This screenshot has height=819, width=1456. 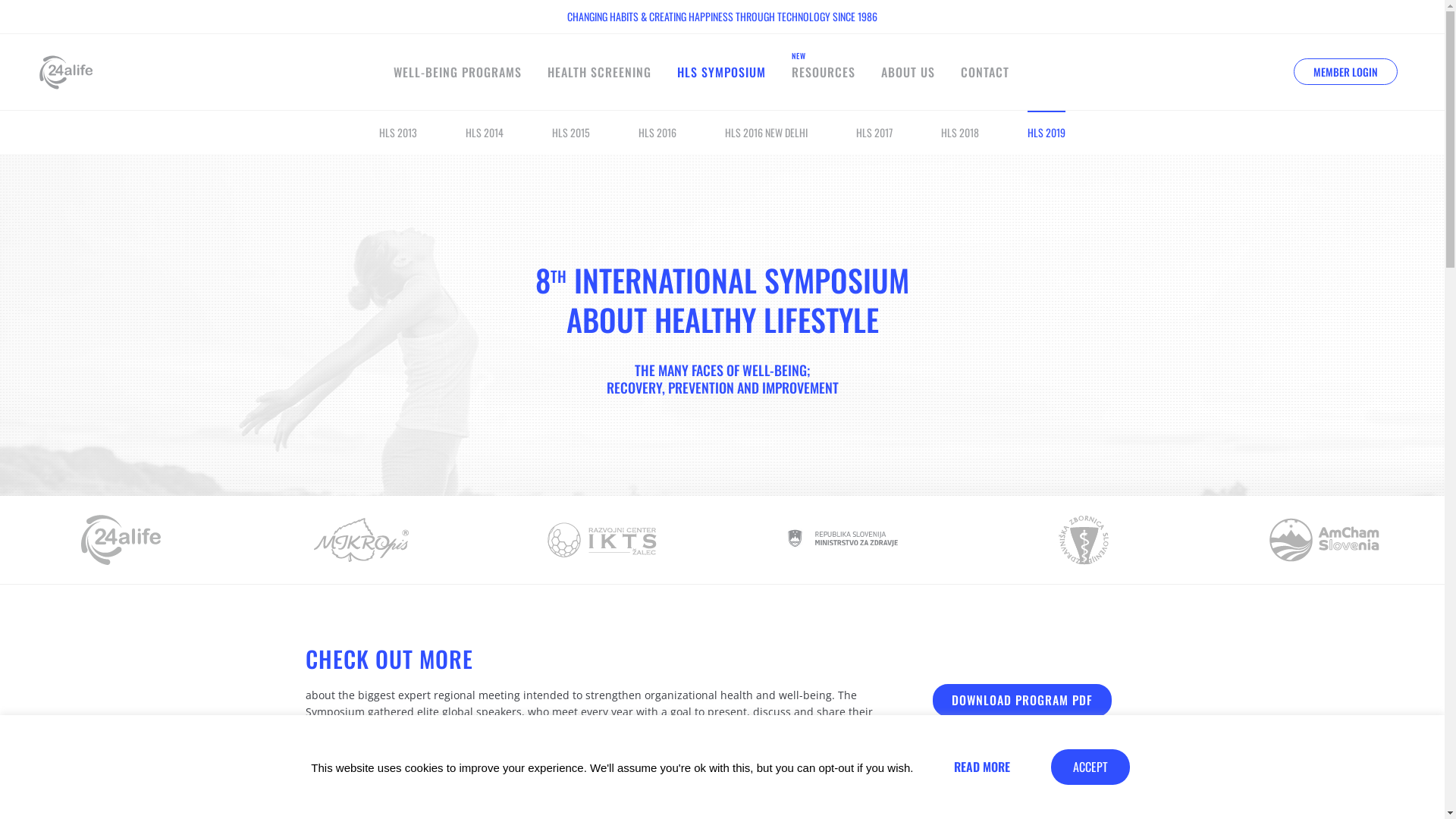 I want to click on 'READ MORE', so click(x=982, y=767).